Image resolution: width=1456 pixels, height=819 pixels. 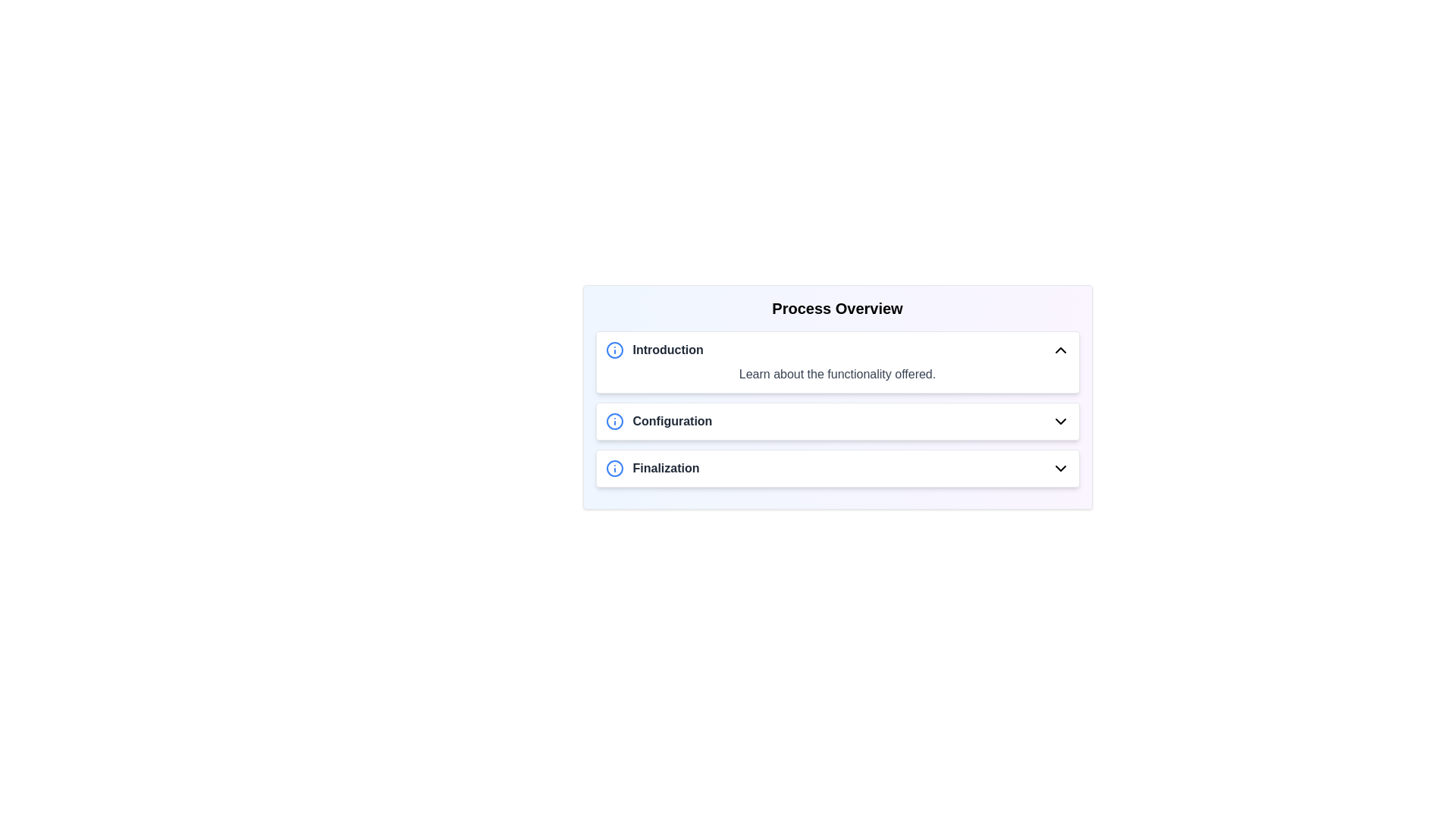 I want to click on the Circular SVG element with a blue stroke that outlines and surrounds other SVG elements in the interface, so click(x=614, y=467).